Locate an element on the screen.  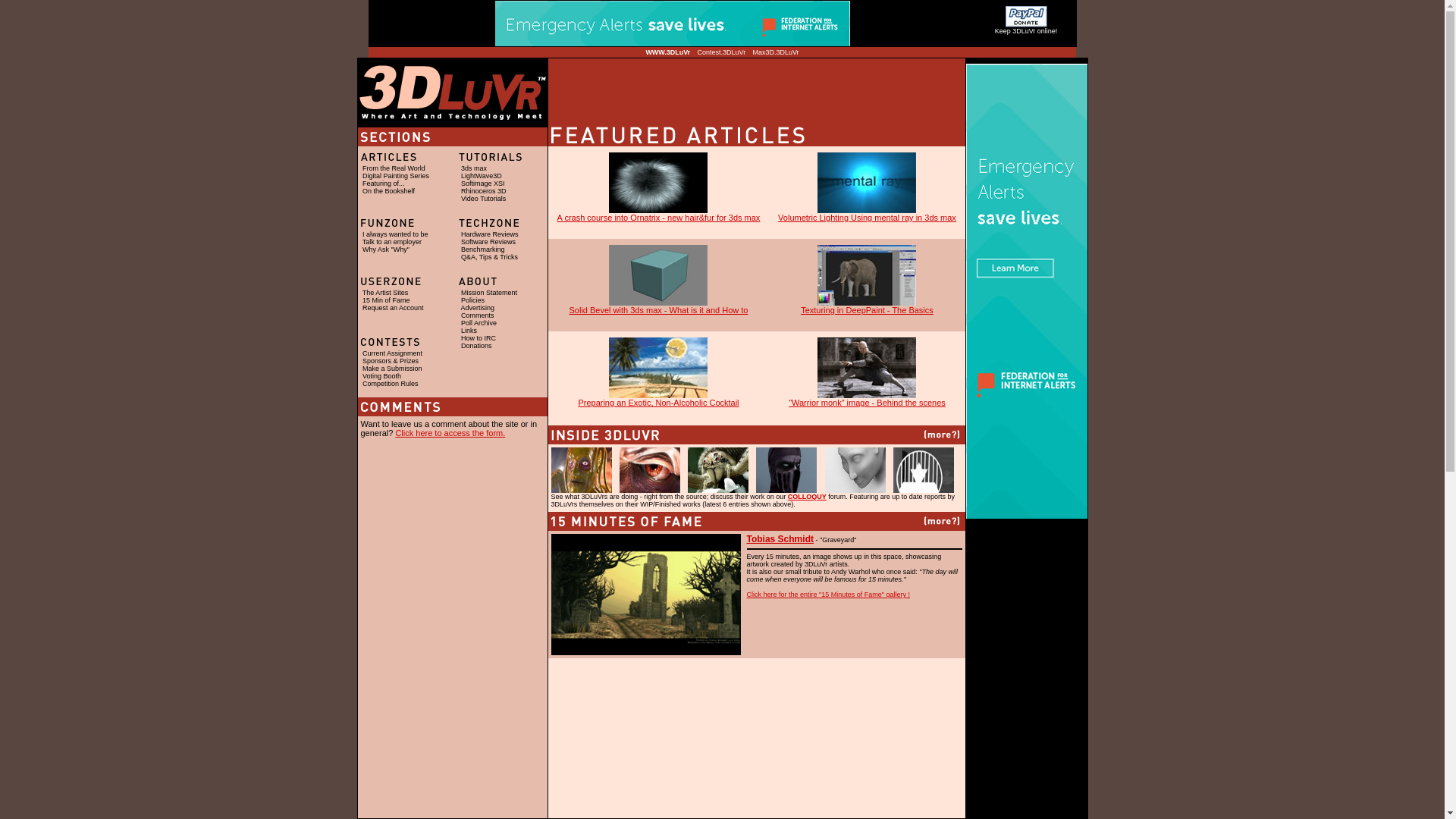
'WWW.3DLuVr' is located at coordinates (667, 52).